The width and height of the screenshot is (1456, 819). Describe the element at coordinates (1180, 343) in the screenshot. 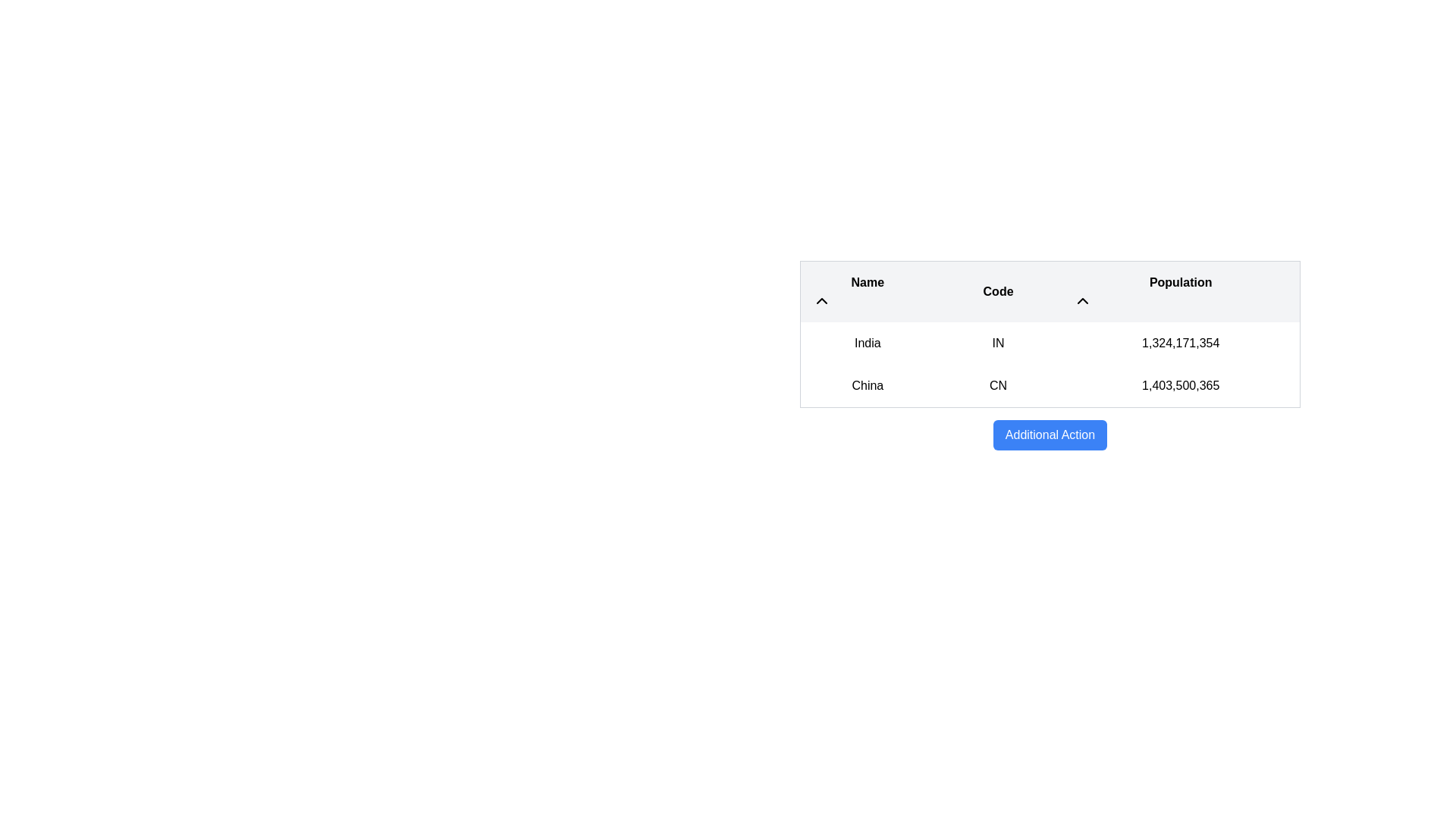

I see `the static informational text displaying the numeric value '1,324,171,354' in the 'Population' column of the first row, which is adjacent to the 'Code' column containing 'IN' and part of the row for 'India'` at that location.